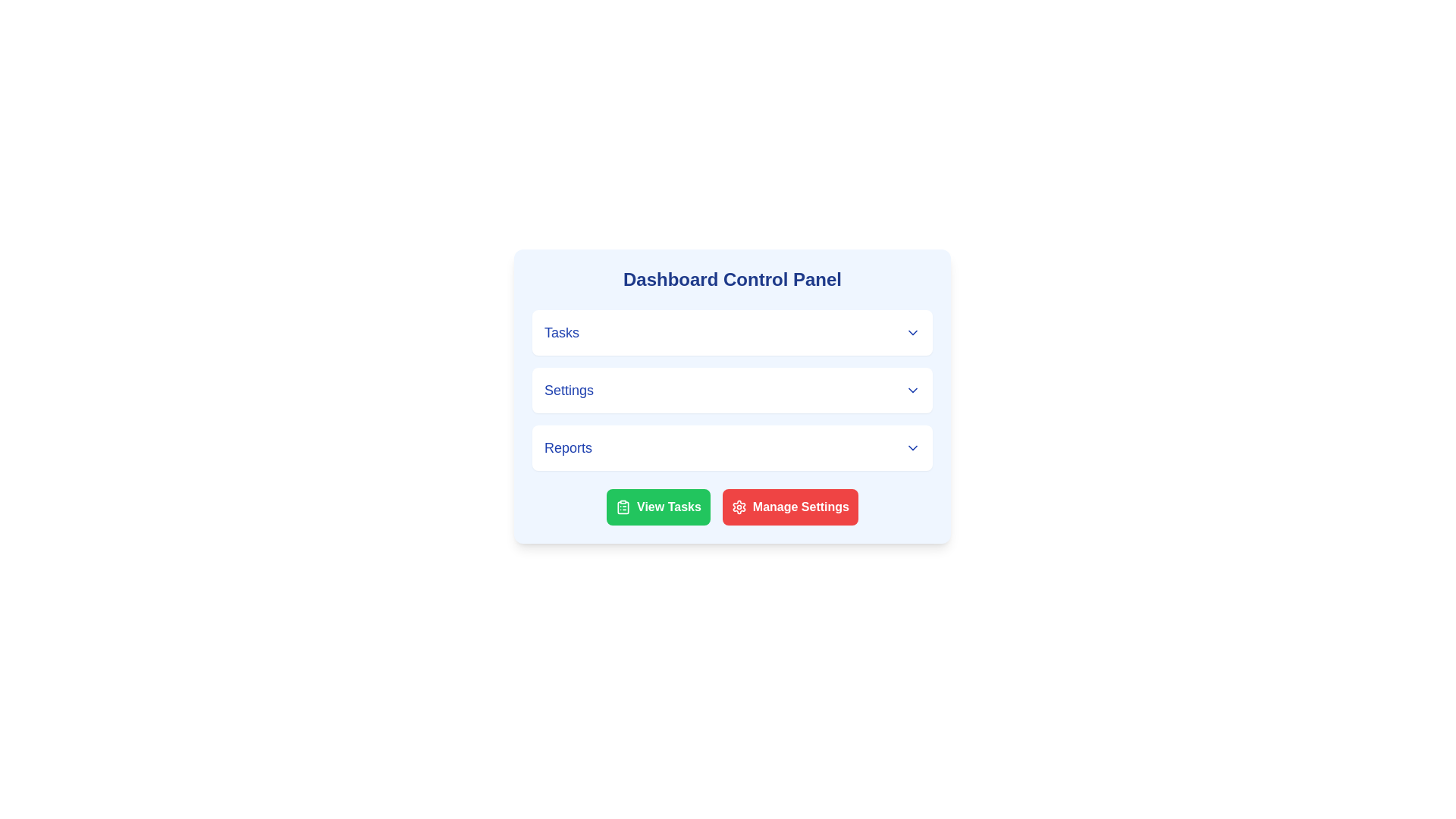 The height and width of the screenshot is (819, 1456). Describe the element at coordinates (739, 507) in the screenshot. I see `the gear icon located to the left of the 'Manage Settings' button, which indicates configuration actions` at that location.